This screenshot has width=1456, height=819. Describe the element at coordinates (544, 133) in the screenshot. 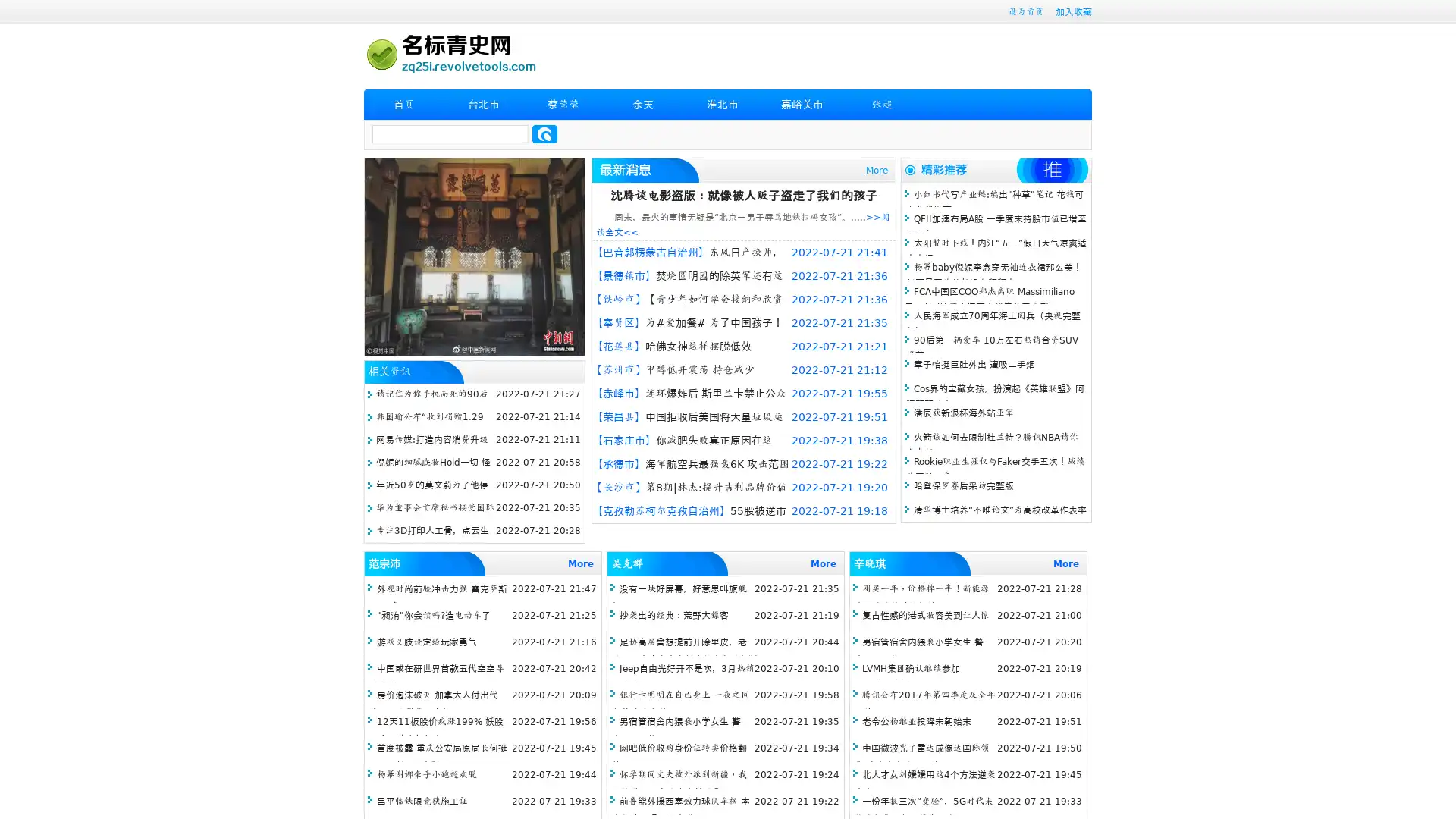

I see `Search` at that location.